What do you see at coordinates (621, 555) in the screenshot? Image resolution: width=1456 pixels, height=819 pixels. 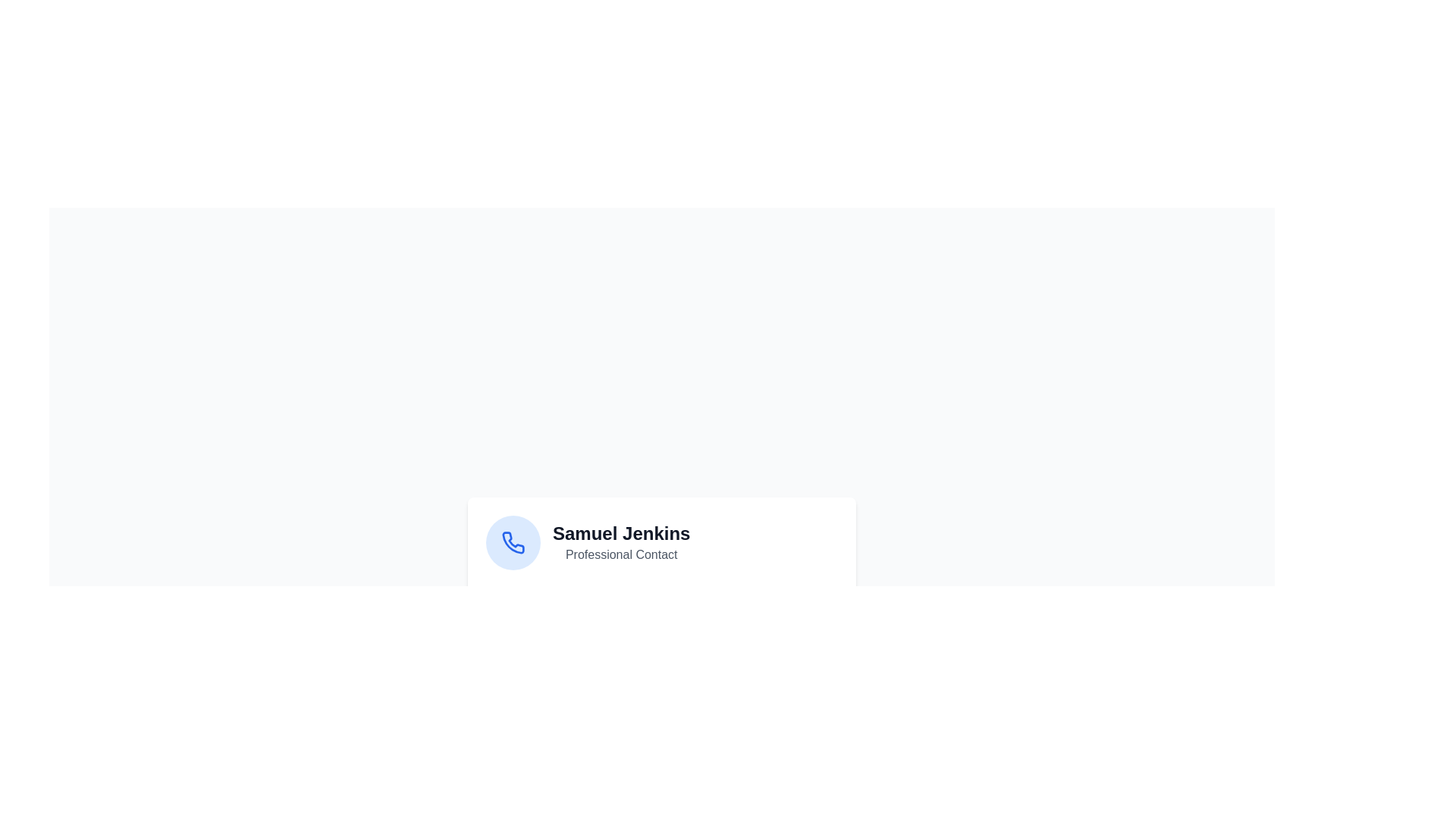 I see `the text label displaying 'Professional Contact' which is located below 'Samuel Jenkins' in a white card-like section` at bounding box center [621, 555].